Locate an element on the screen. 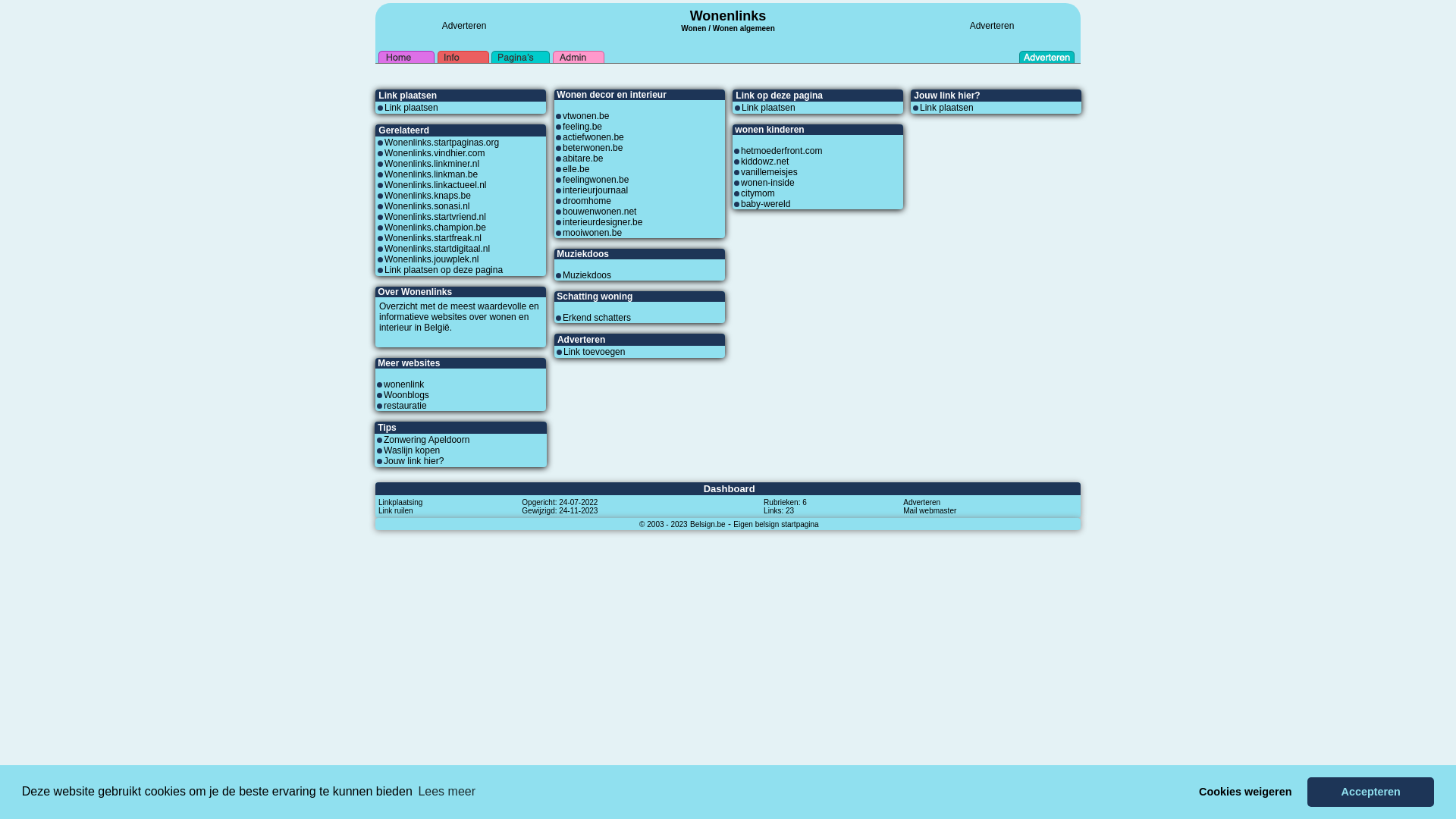 The image size is (1456, 819). 'elle.be' is located at coordinates (575, 169).